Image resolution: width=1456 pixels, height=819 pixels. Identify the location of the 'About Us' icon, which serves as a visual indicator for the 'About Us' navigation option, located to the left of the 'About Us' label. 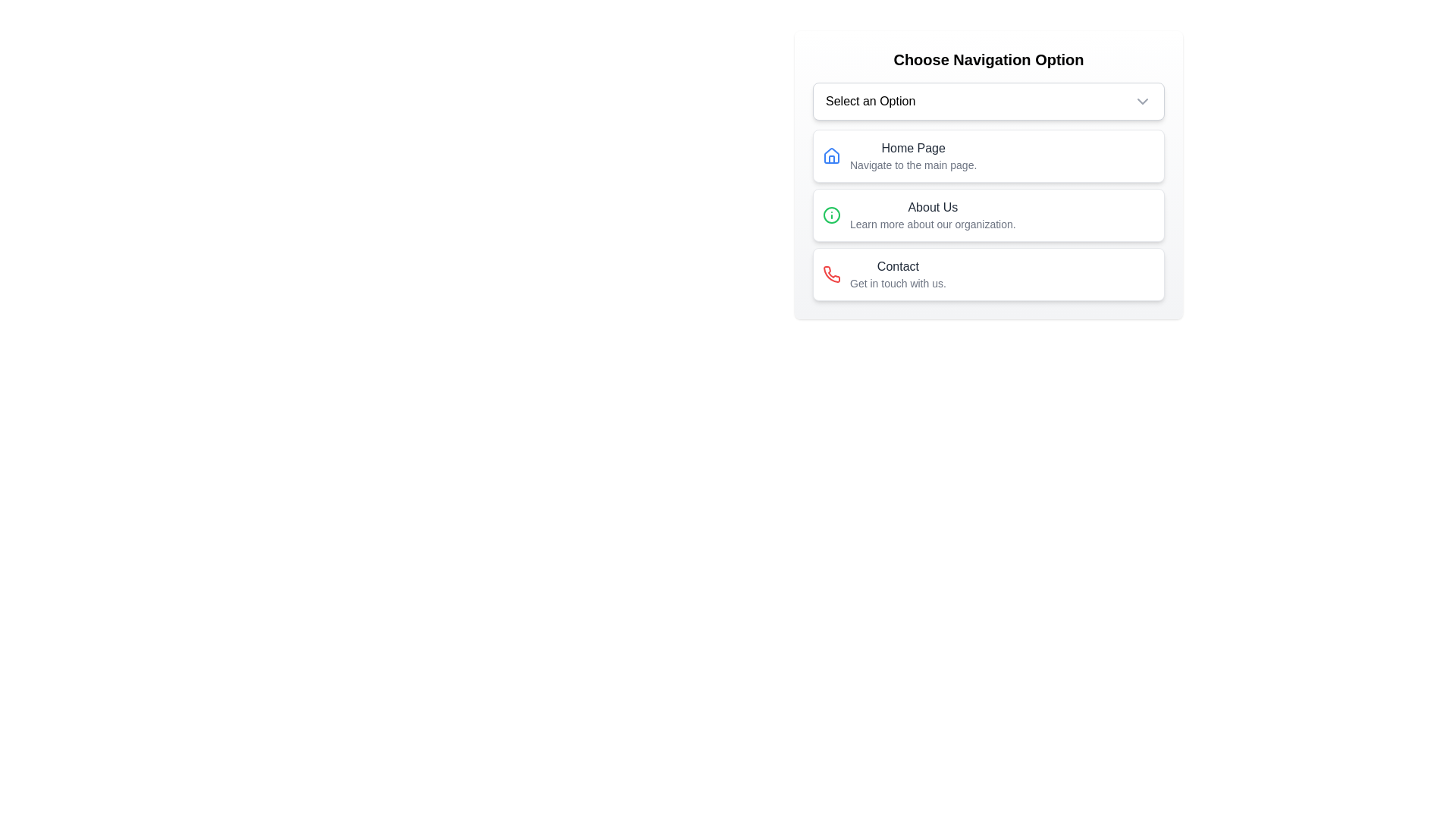
(831, 215).